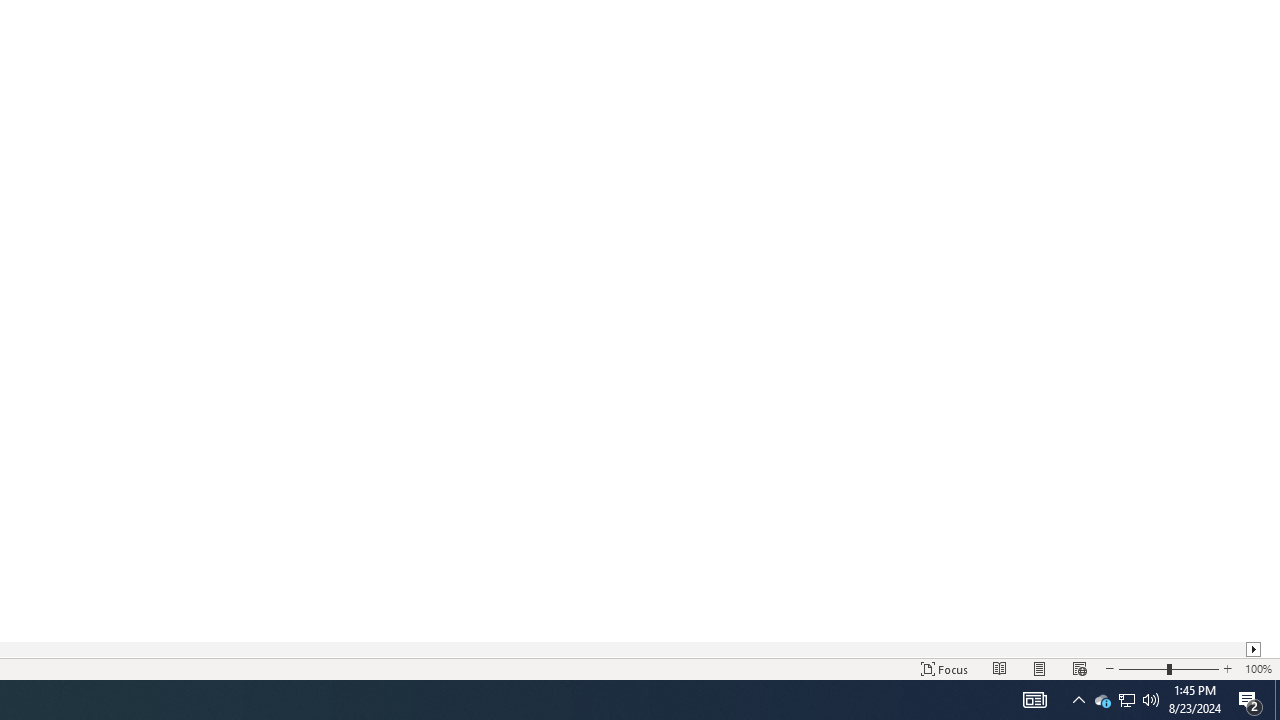 This screenshot has width=1280, height=720. Describe the element at coordinates (1168, 669) in the screenshot. I see `'Zoom'` at that location.